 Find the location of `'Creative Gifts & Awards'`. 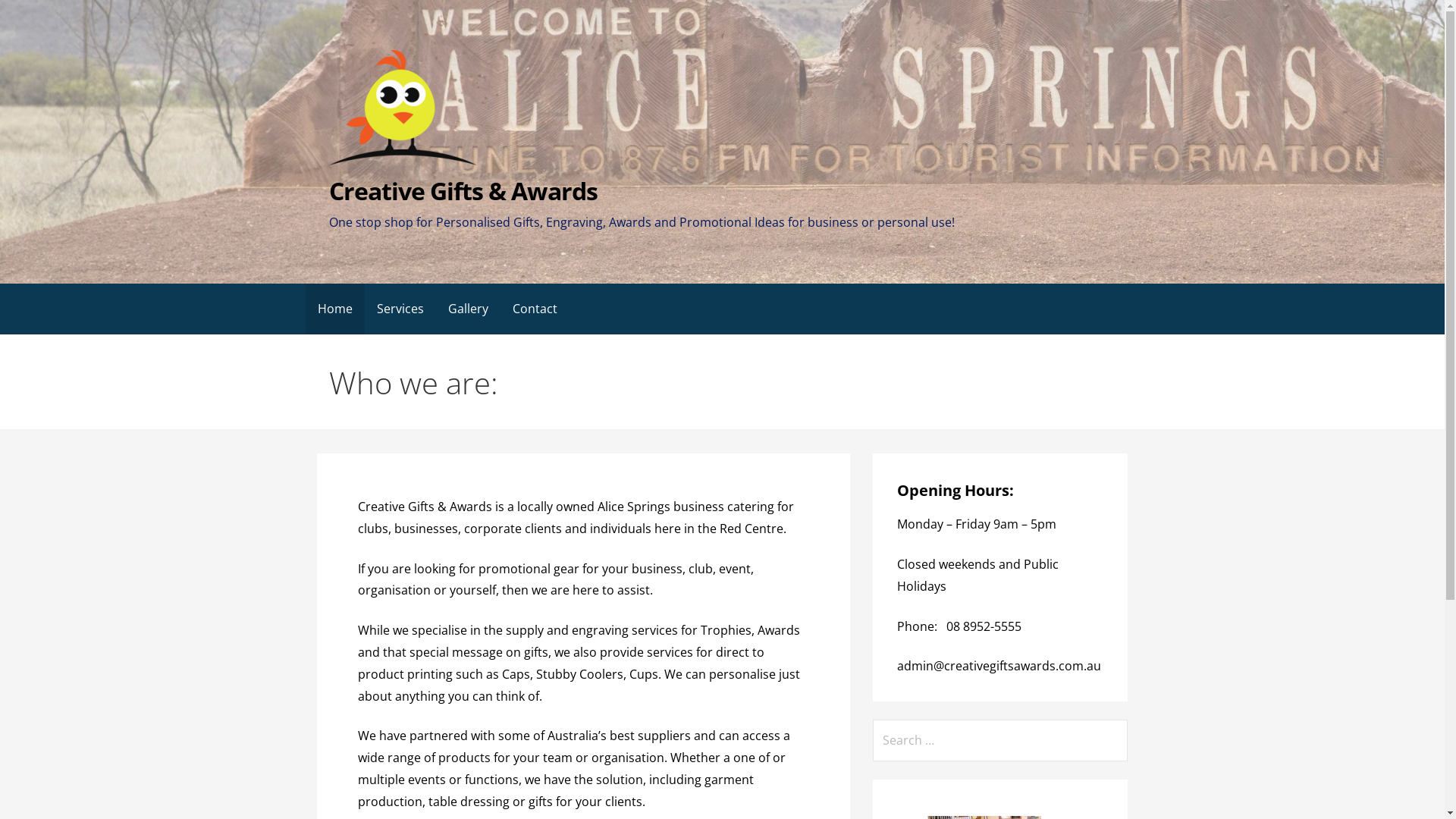

'Creative Gifts & Awards' is located at coordinates (462, 190).